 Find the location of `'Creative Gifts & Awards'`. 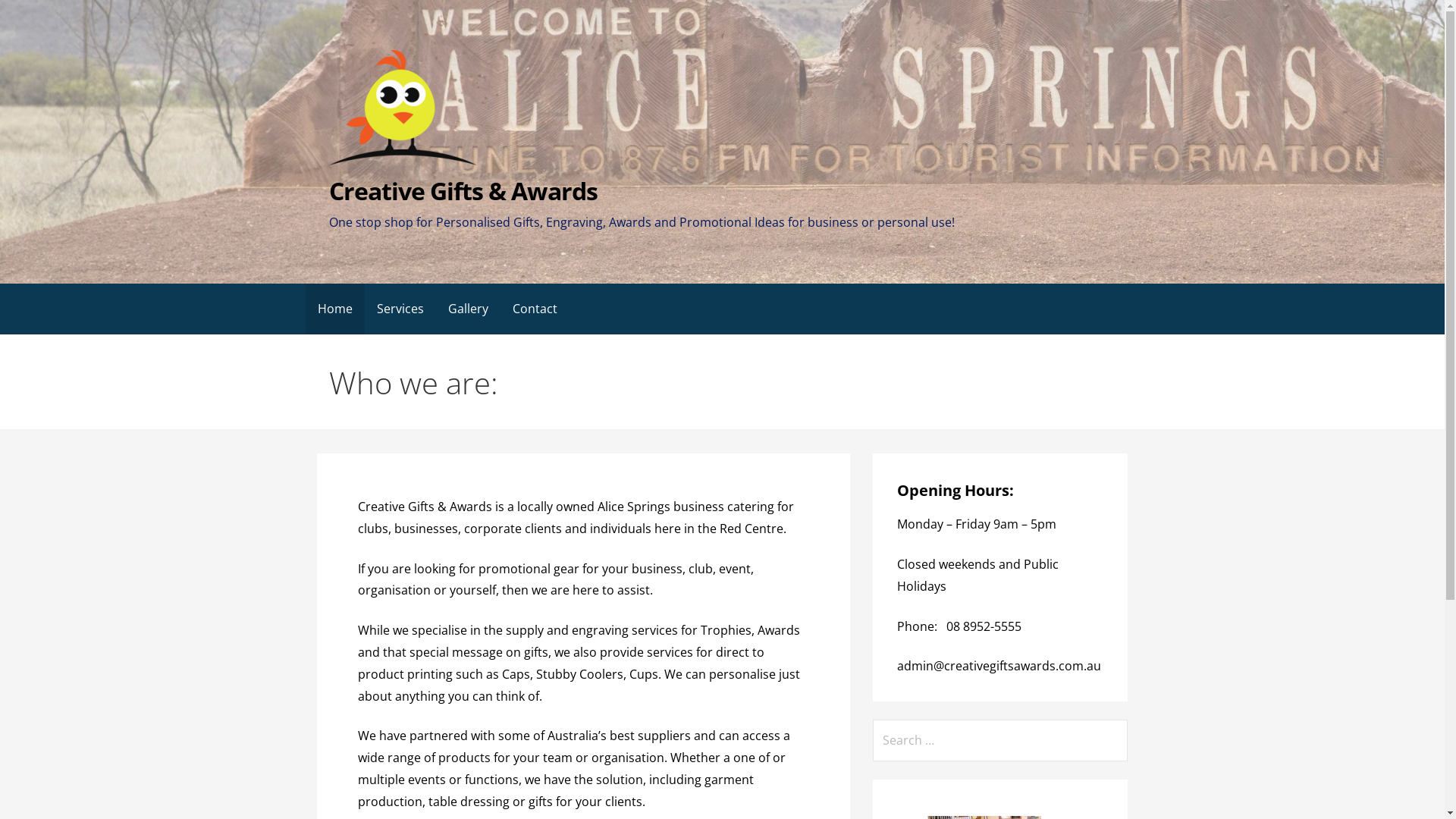

'Creative Gifts & Awards' is located at coordinates (462, 190).